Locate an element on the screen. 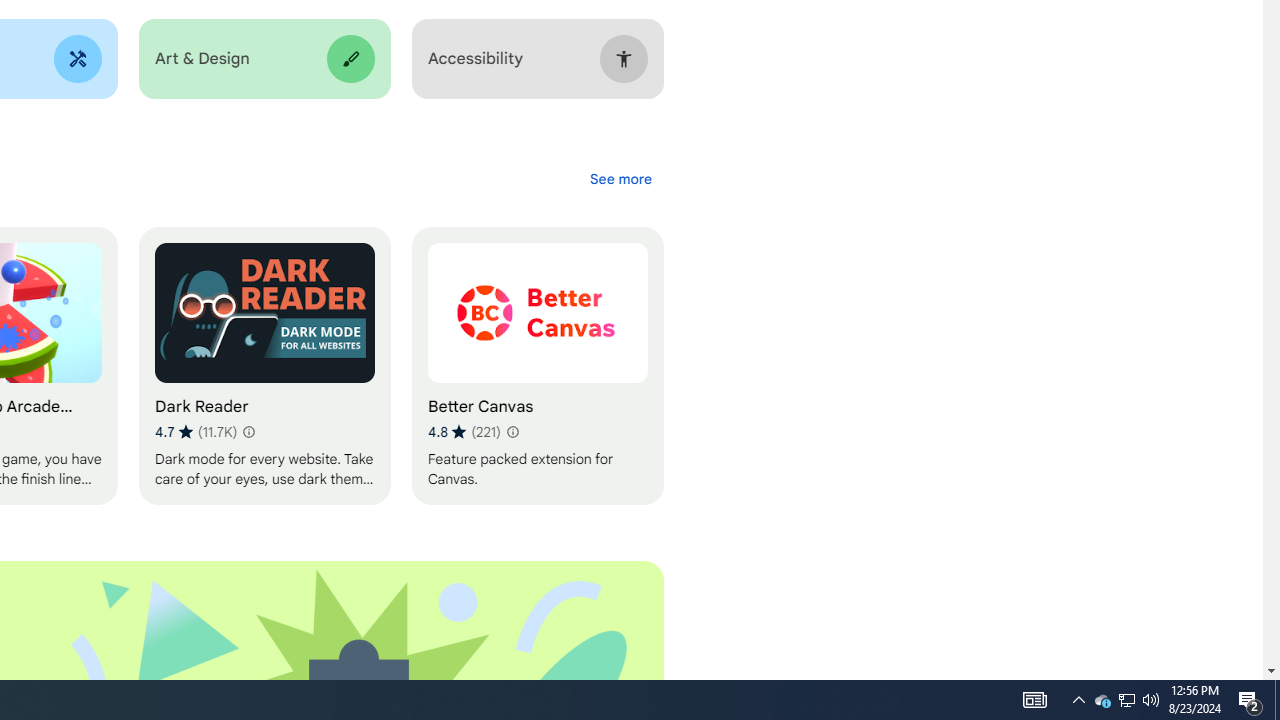 Image resolution: width=1280 pixels, height=720 pixels. 'Better Canvas' is located at coordinates (537, 366).